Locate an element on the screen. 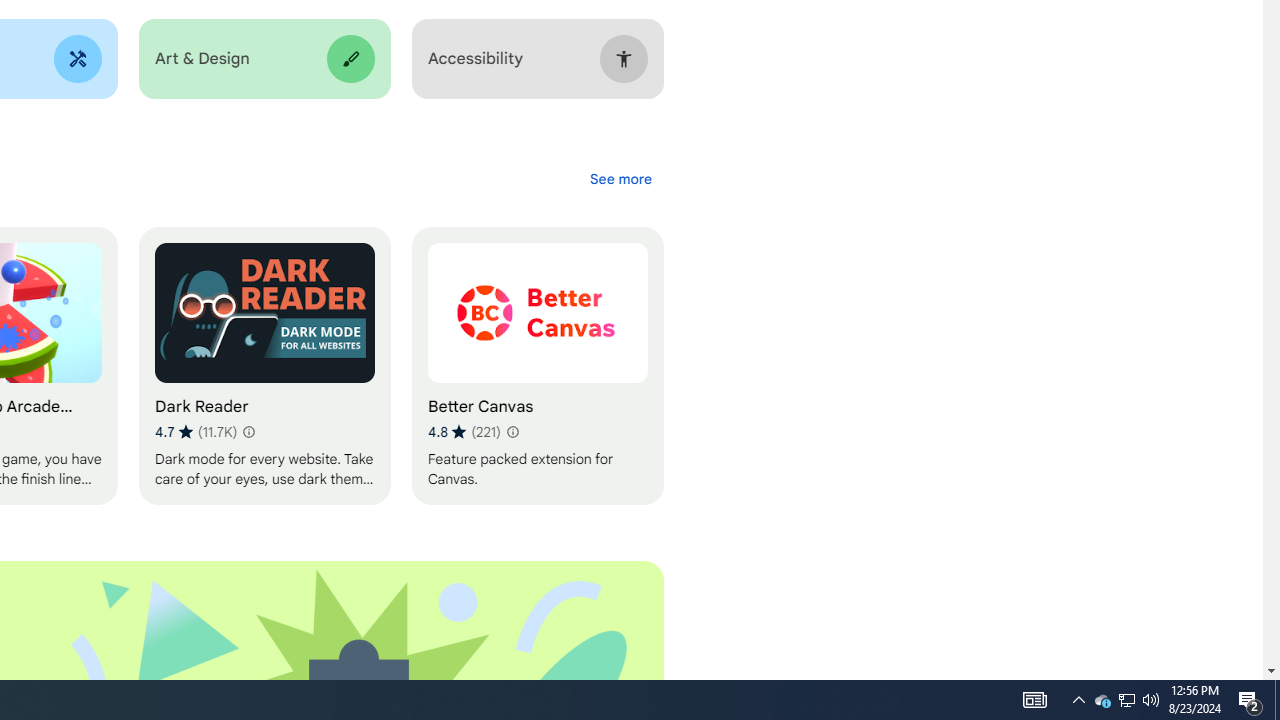 Image resolution: width=1280 pixels, height=720 pixels. 'Better Canvas' is located at coordinates (537, 366).